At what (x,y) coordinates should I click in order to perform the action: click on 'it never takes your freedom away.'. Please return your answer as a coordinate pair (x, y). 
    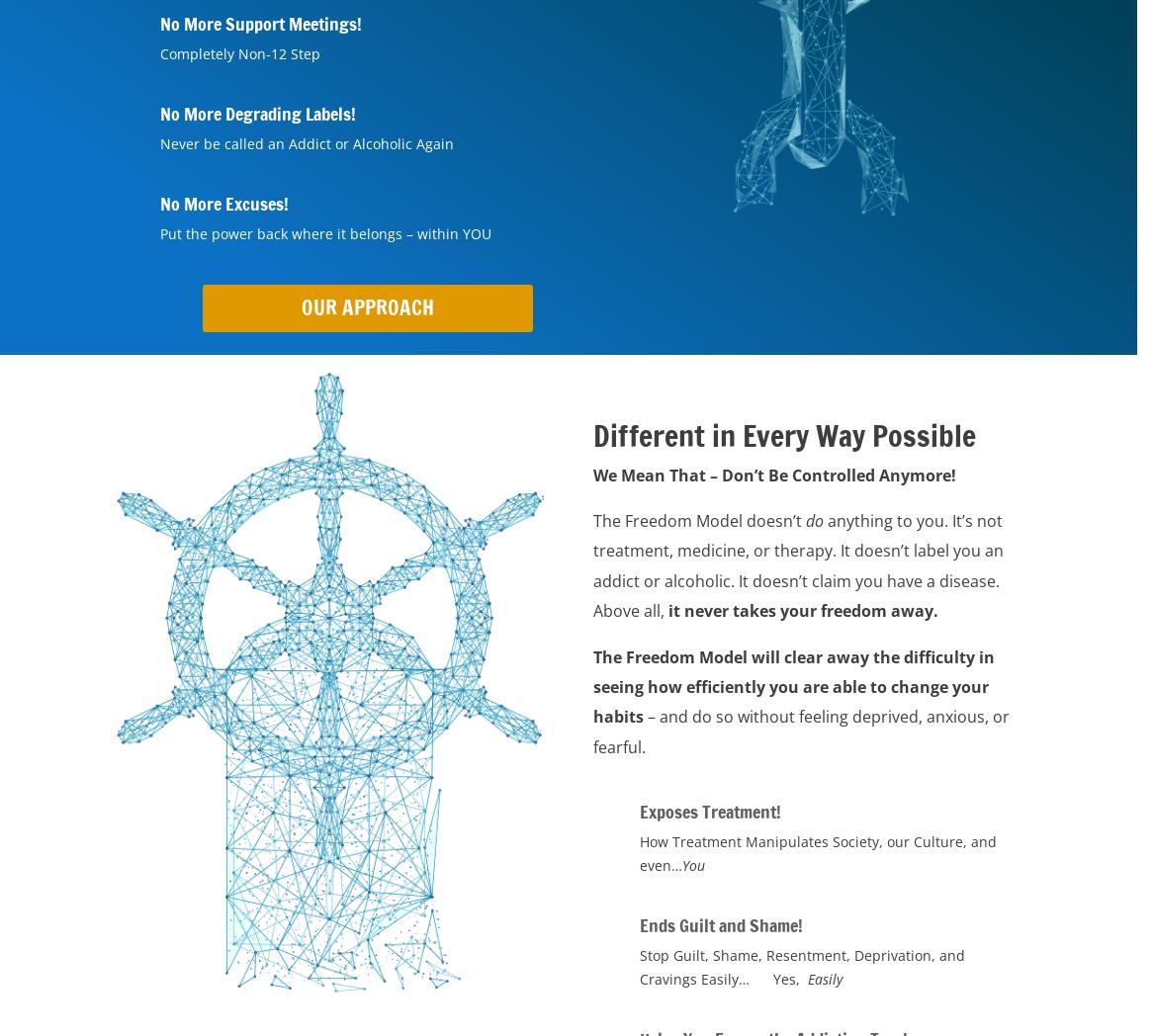
    Looking at the image, I should click on (800, 610).